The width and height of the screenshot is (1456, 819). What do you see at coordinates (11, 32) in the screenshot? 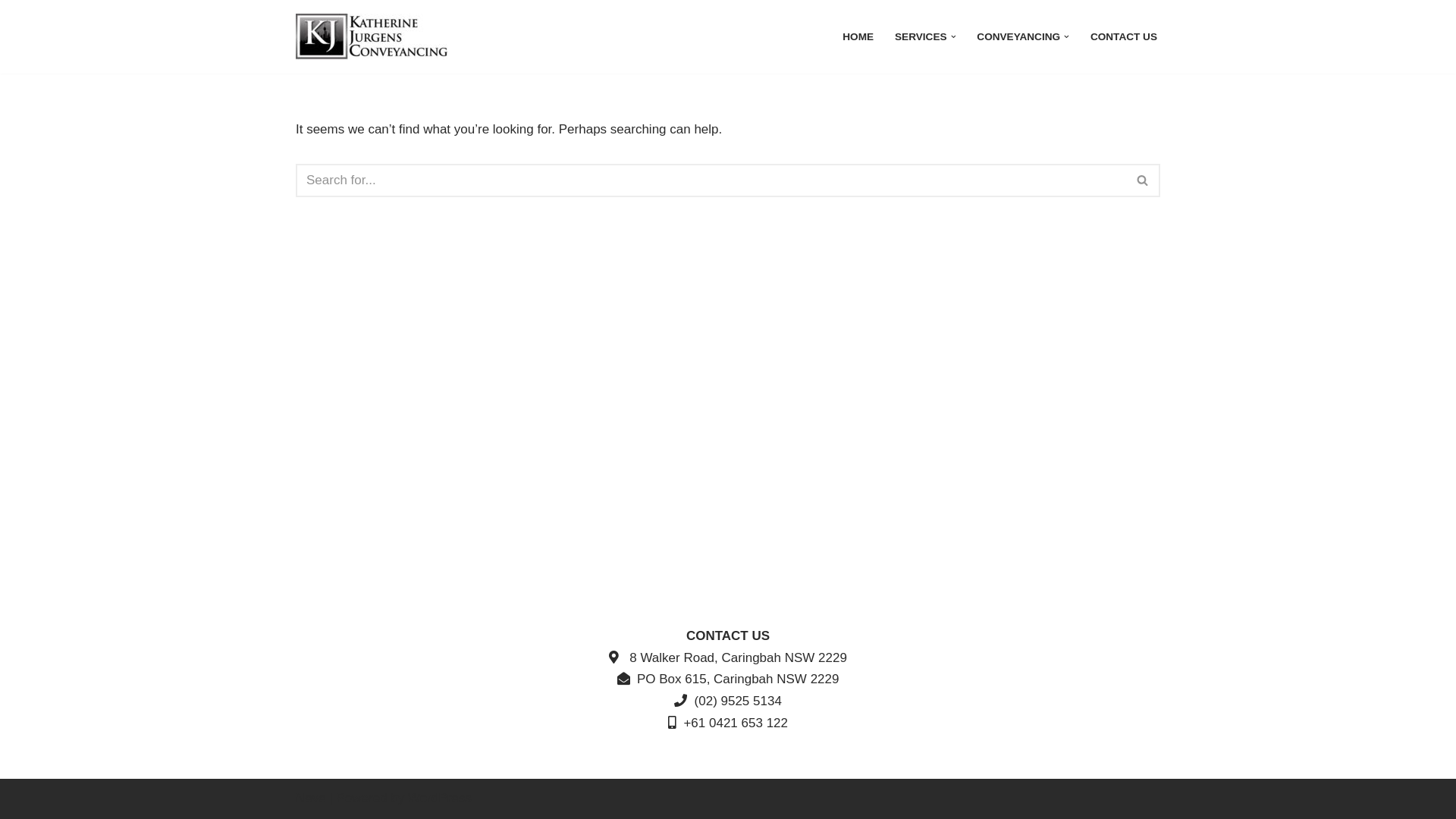
I see `'Skip to content'` at bounding box center [11, 32].